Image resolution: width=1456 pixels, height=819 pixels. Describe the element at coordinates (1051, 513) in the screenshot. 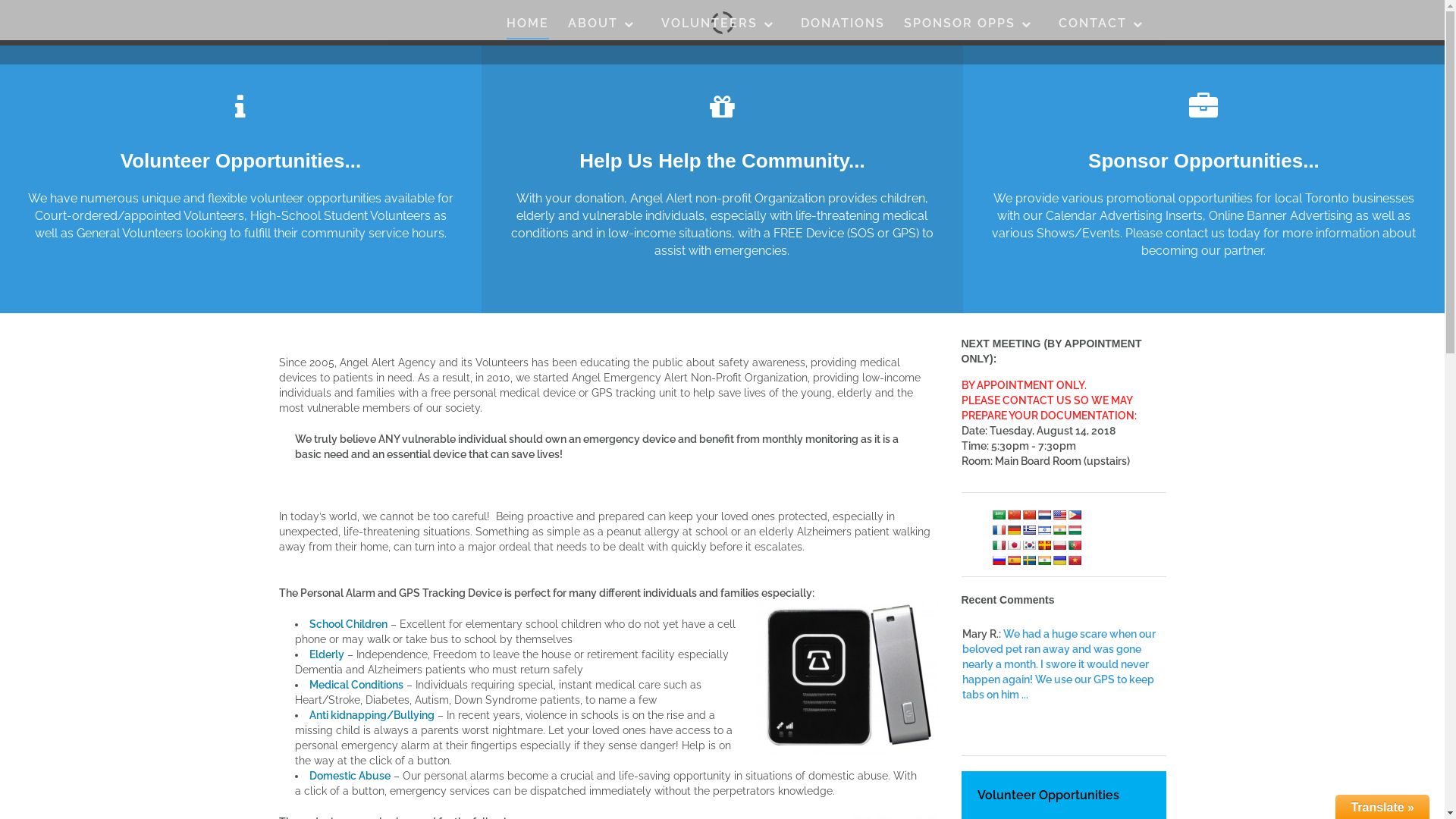

I see `'English'` at that location.